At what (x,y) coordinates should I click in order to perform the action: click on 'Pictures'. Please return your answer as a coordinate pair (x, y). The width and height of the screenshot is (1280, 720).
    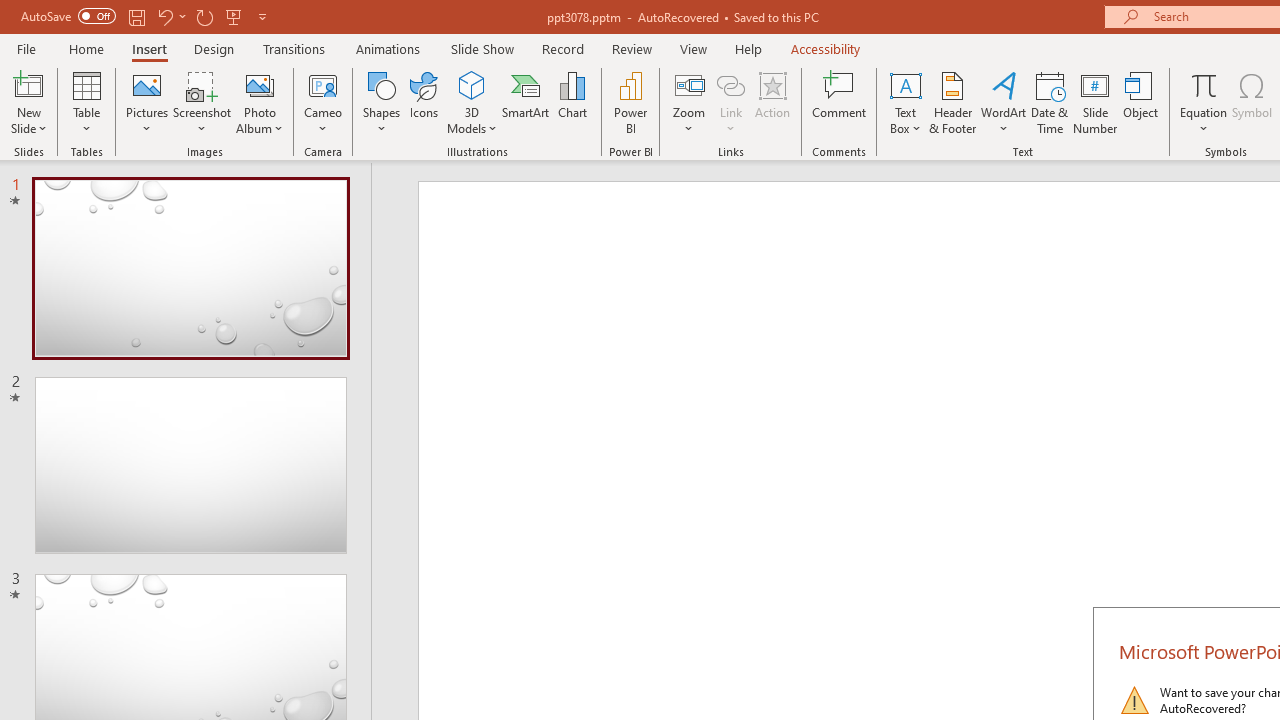
    Looking at the image, I should click on (146, 103).